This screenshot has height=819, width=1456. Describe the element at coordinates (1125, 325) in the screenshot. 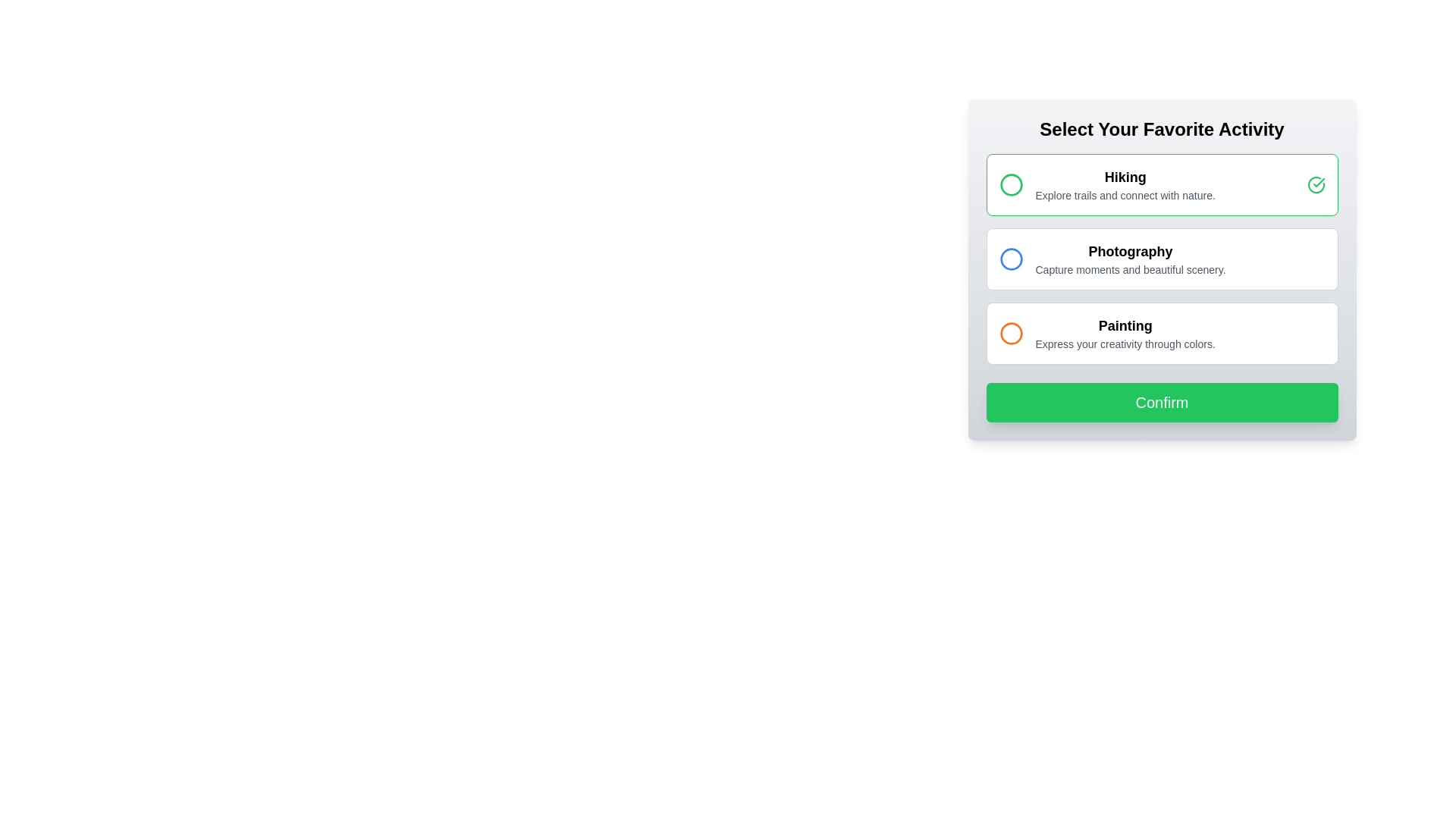

I see `text label that serves as a title for the 'Painting' activity, positioned above another label in the central panel of selectable activities` at that location.